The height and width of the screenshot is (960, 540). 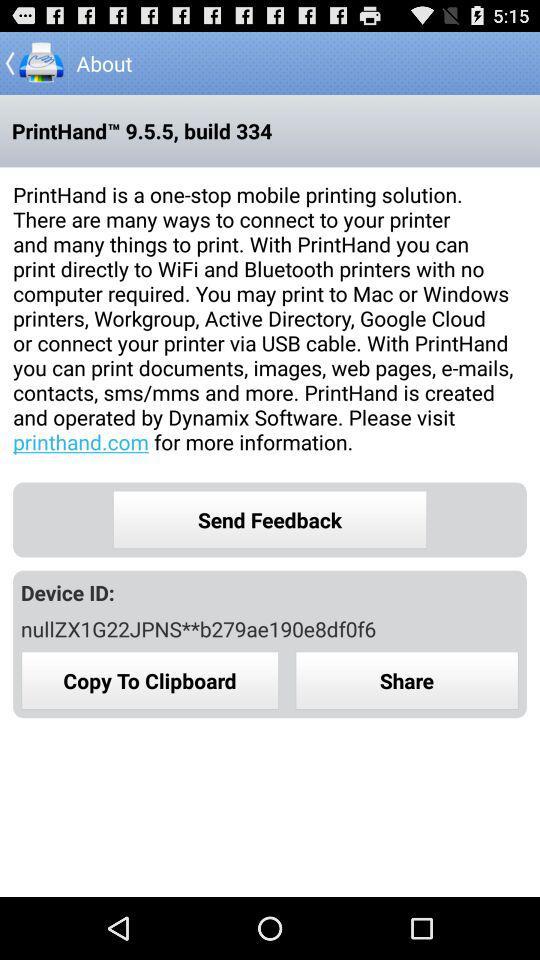 I want to click on icon below nullzx1g22jpns**b279ae190e8df0f6 app, so click(x=149, y=680).